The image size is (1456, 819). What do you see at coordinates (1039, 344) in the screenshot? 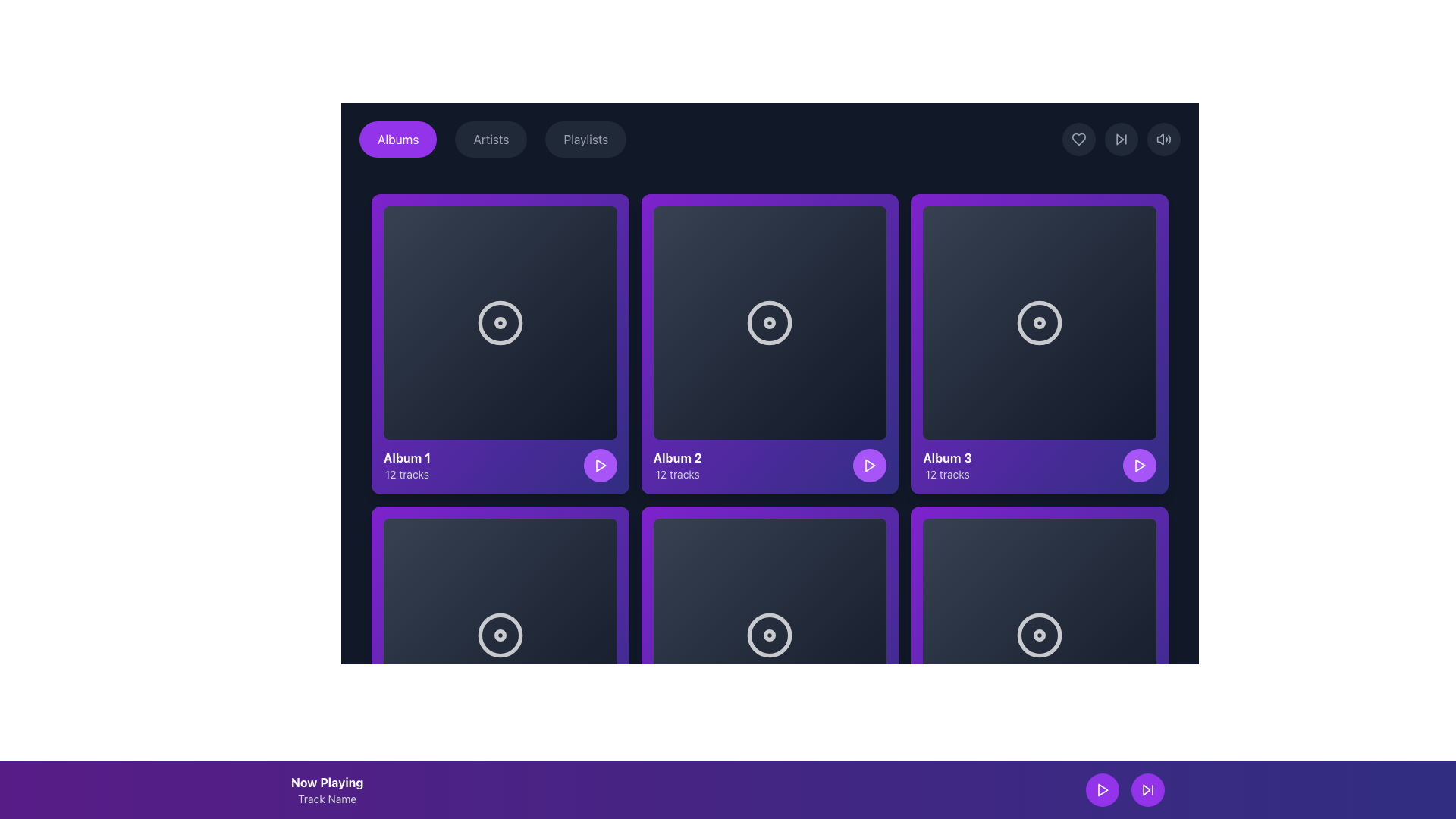
I see `the album card titled 'Album 3'` at bounding box center [1039, 344].